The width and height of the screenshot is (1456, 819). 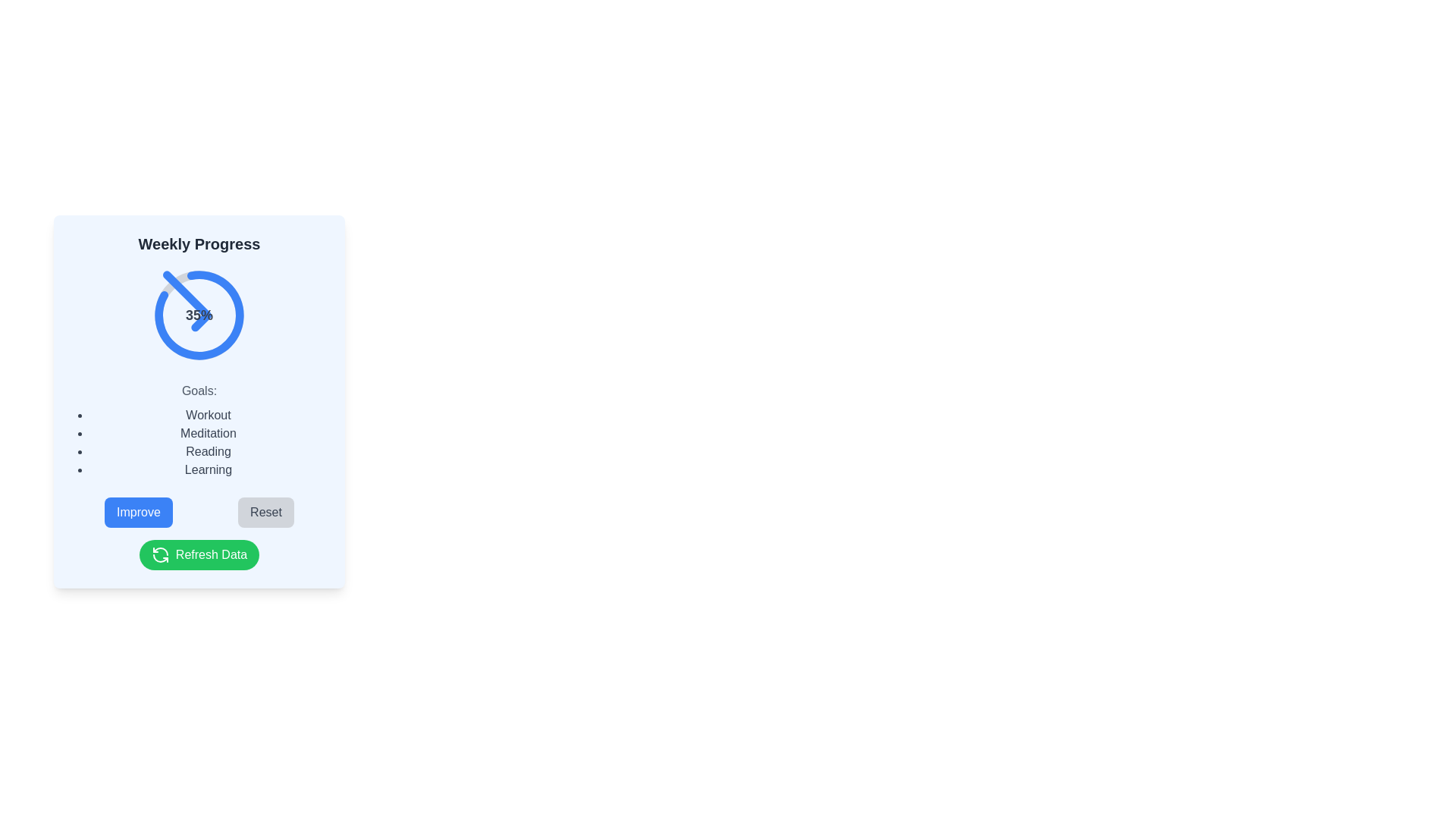 What do you see at coordinates (138, 512) in the screenshot?
I see `the 'Improve' button` at bounding box center [138, 512].